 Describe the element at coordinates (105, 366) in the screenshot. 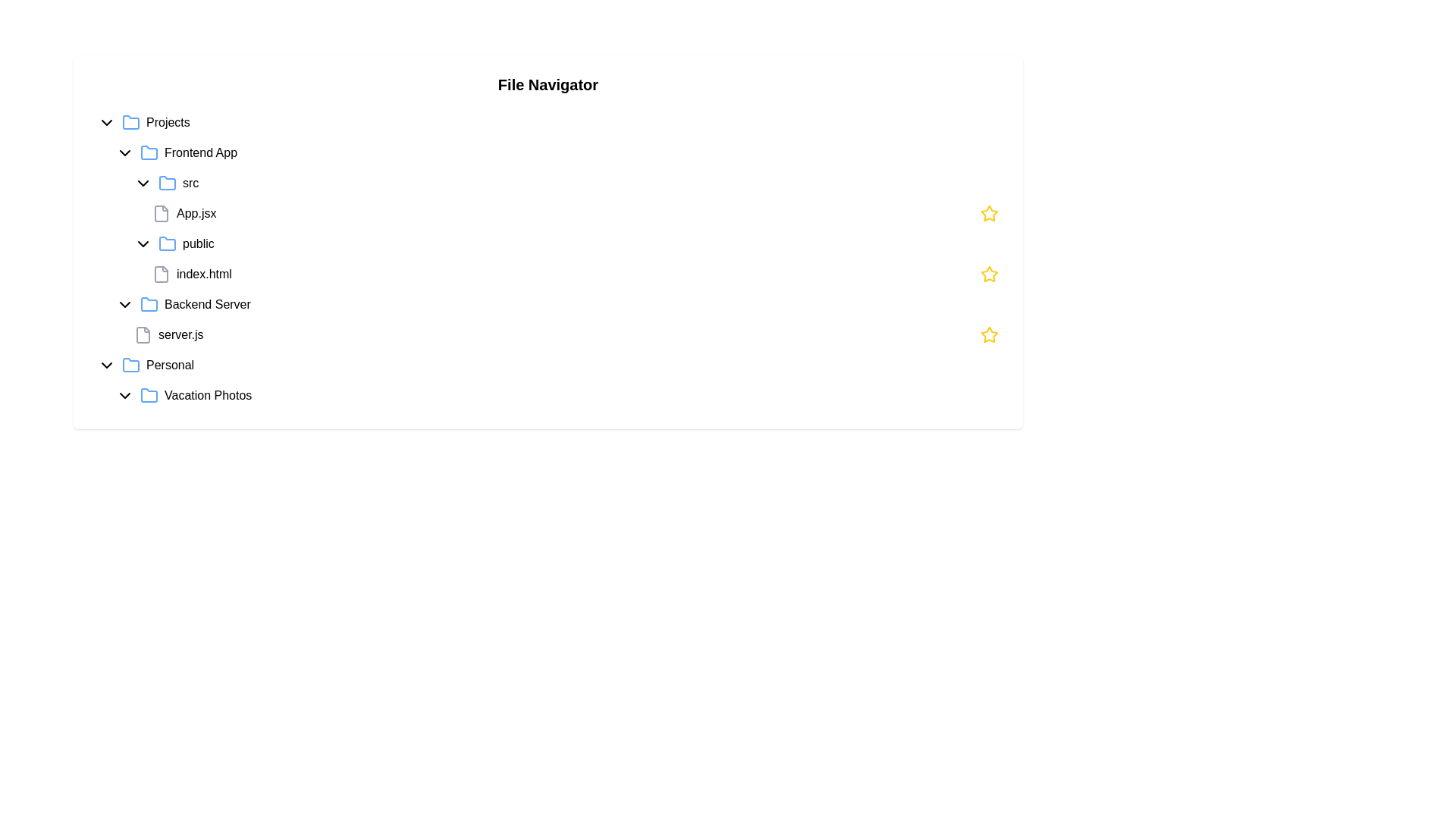

I see `the downward-pointing chevron-shaped icon that indicates expandable sections, located before the text 'Personal' in the navigation interface` at that location.